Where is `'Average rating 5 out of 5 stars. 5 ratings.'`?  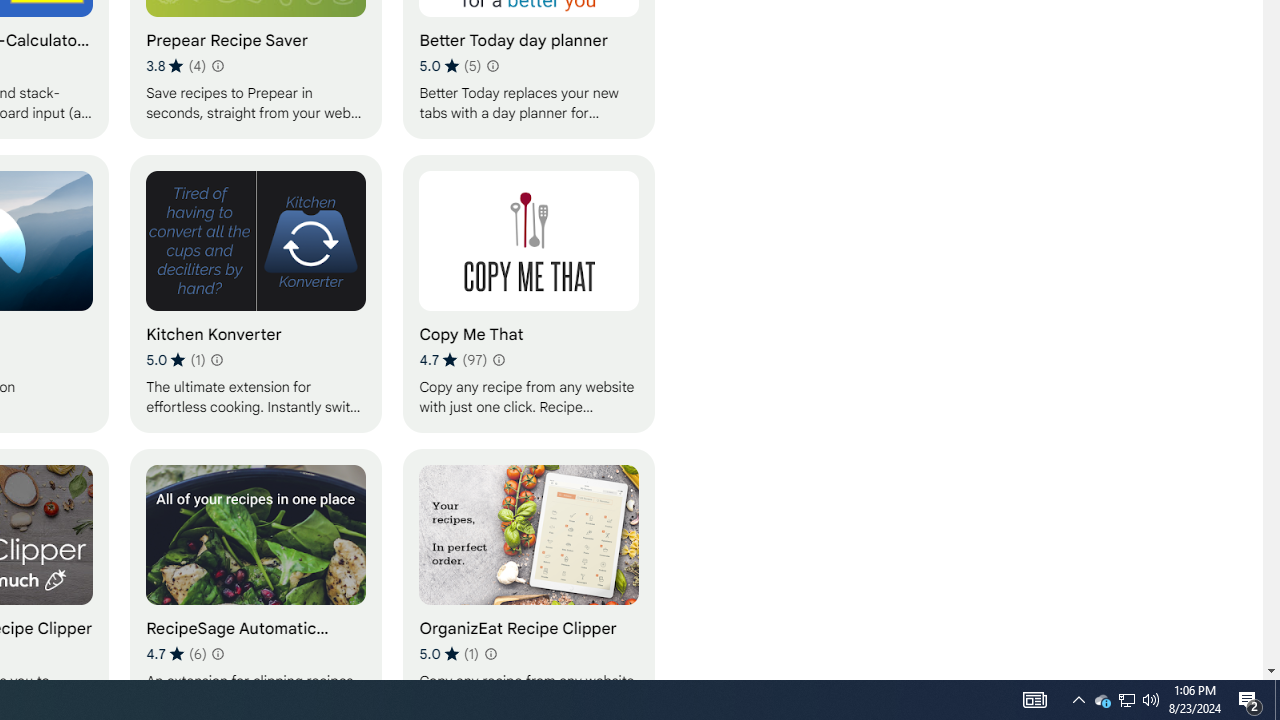
'Average rating 5 out of 5 stars. 5 ratings.' is located at coordinates (449, 65).